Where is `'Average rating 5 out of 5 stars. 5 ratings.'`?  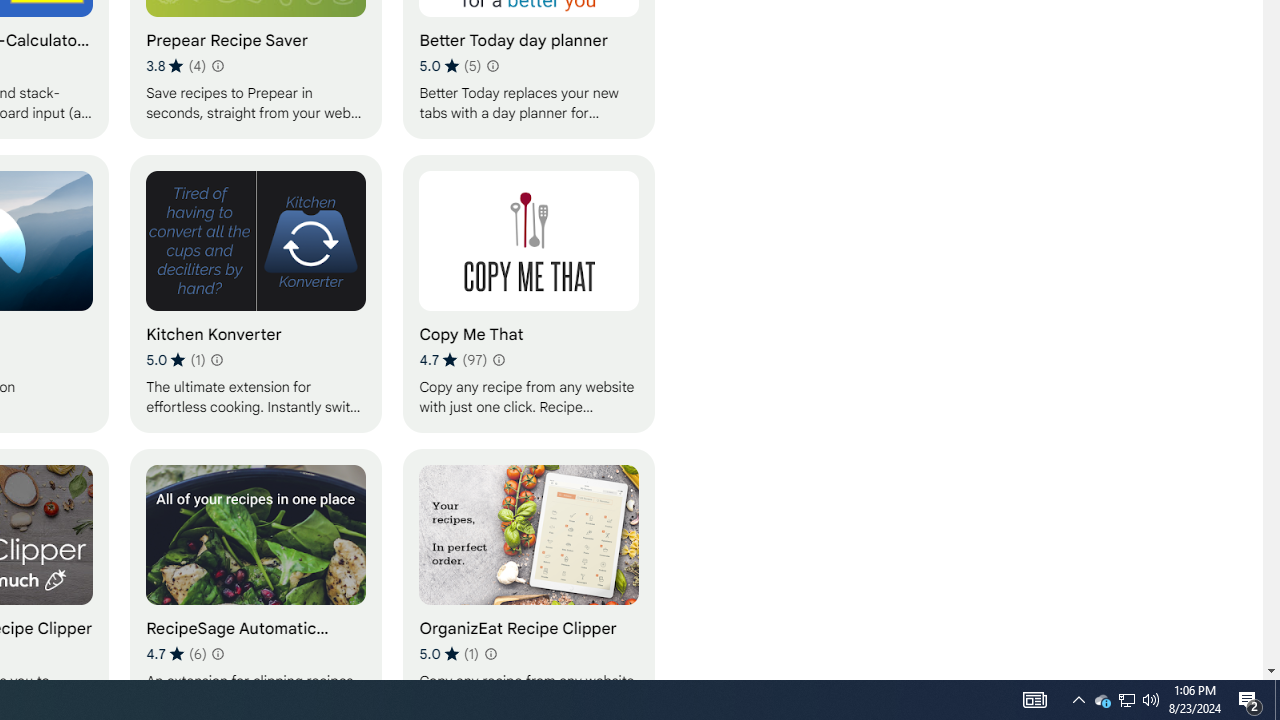
'Average rating 5 out of 5 stars. 5 ratings.' is located at coordinates (449, 65).